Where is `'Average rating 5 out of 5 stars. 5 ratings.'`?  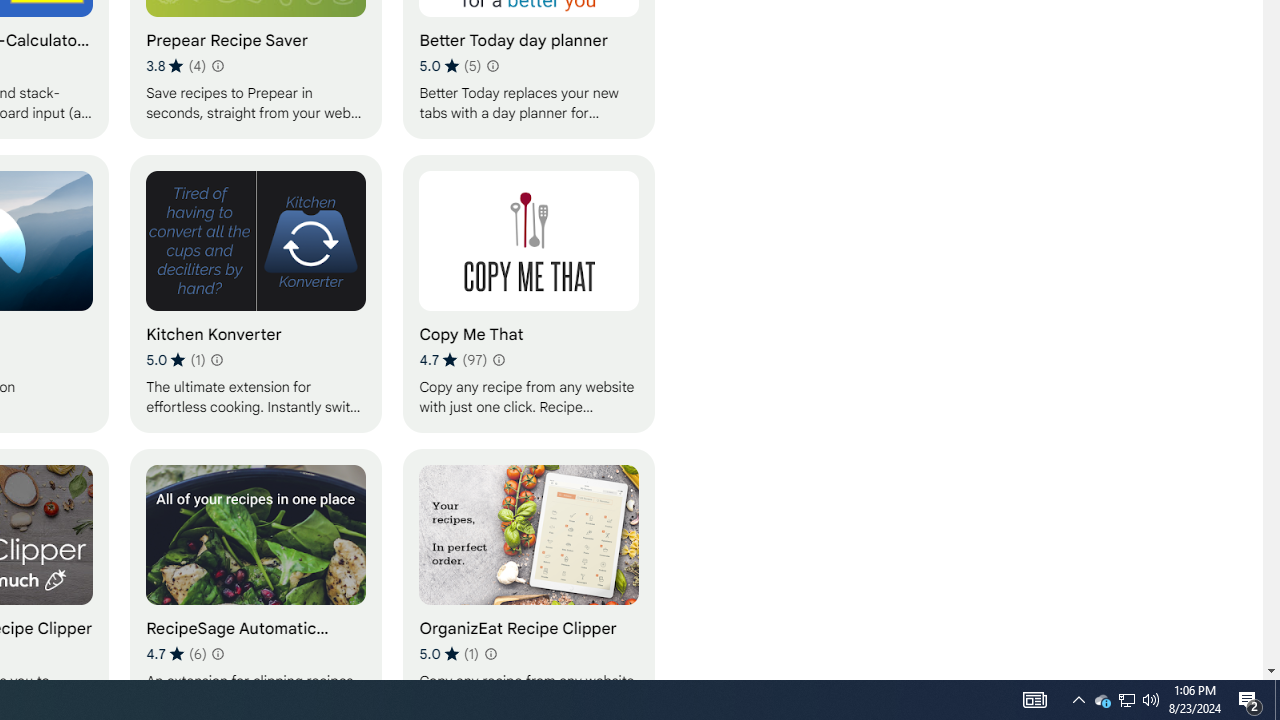
'Average rating 5 out of 5 stars. 5 ratings.' is located at coordinates (449, 65).